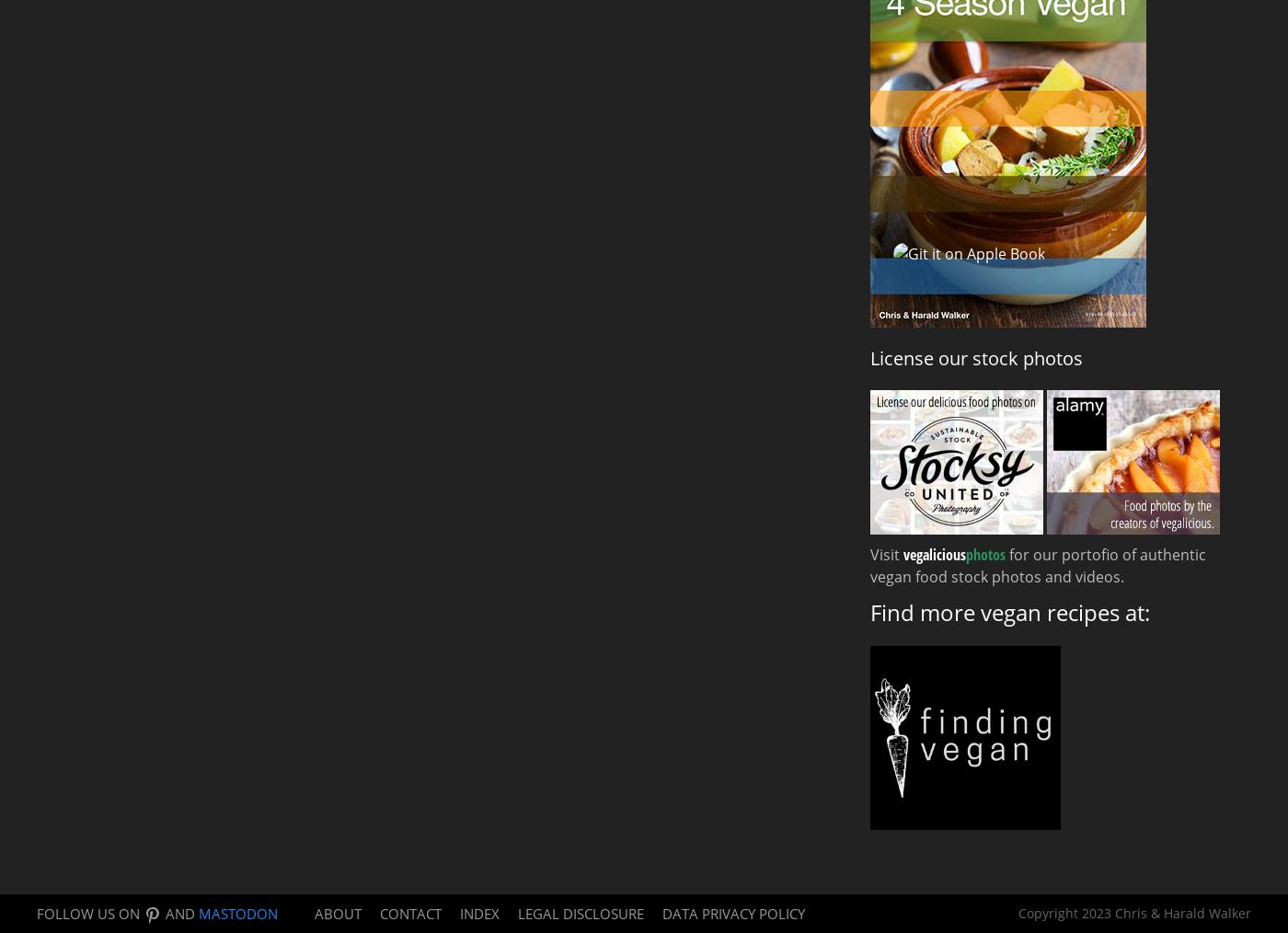 The height and width of the screenshot is (933, 1288). I want to click on 'Visit', so click(887, 554).